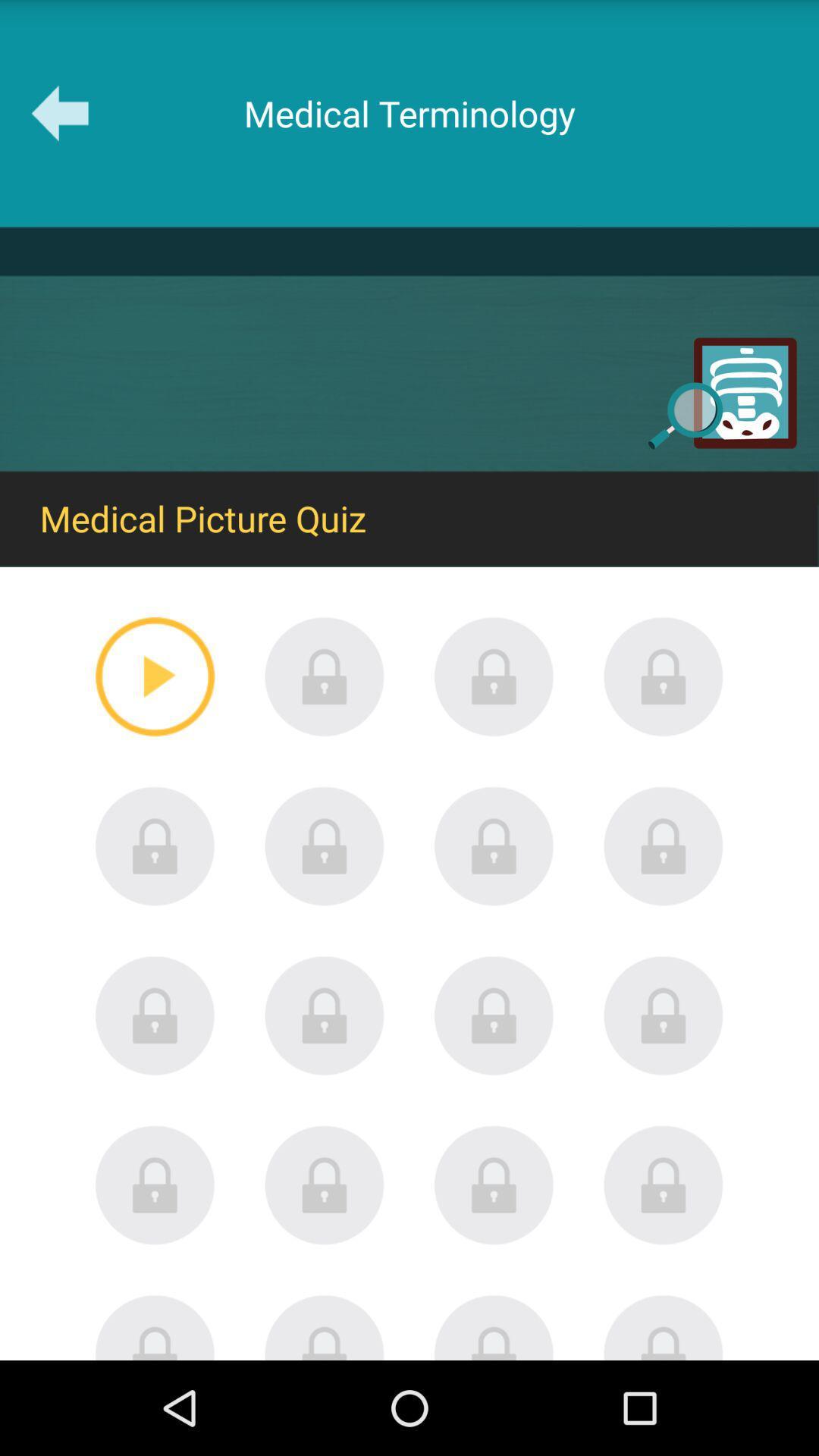 This screenshot has height=1456, width=819. I want to click on unlock quiz, so click(663, 1326).